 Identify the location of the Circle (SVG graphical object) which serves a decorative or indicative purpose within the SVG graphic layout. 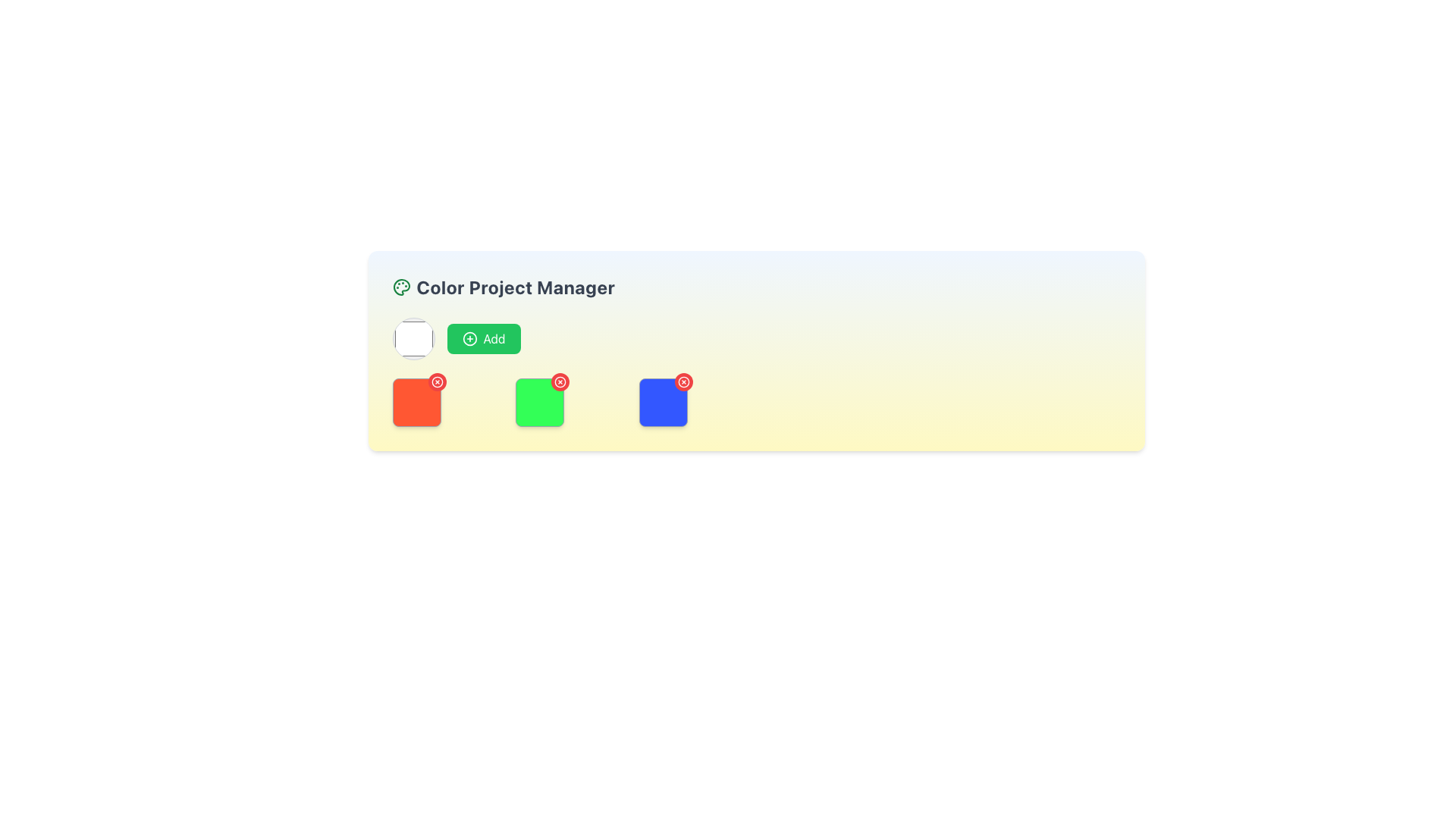
(682, 381).